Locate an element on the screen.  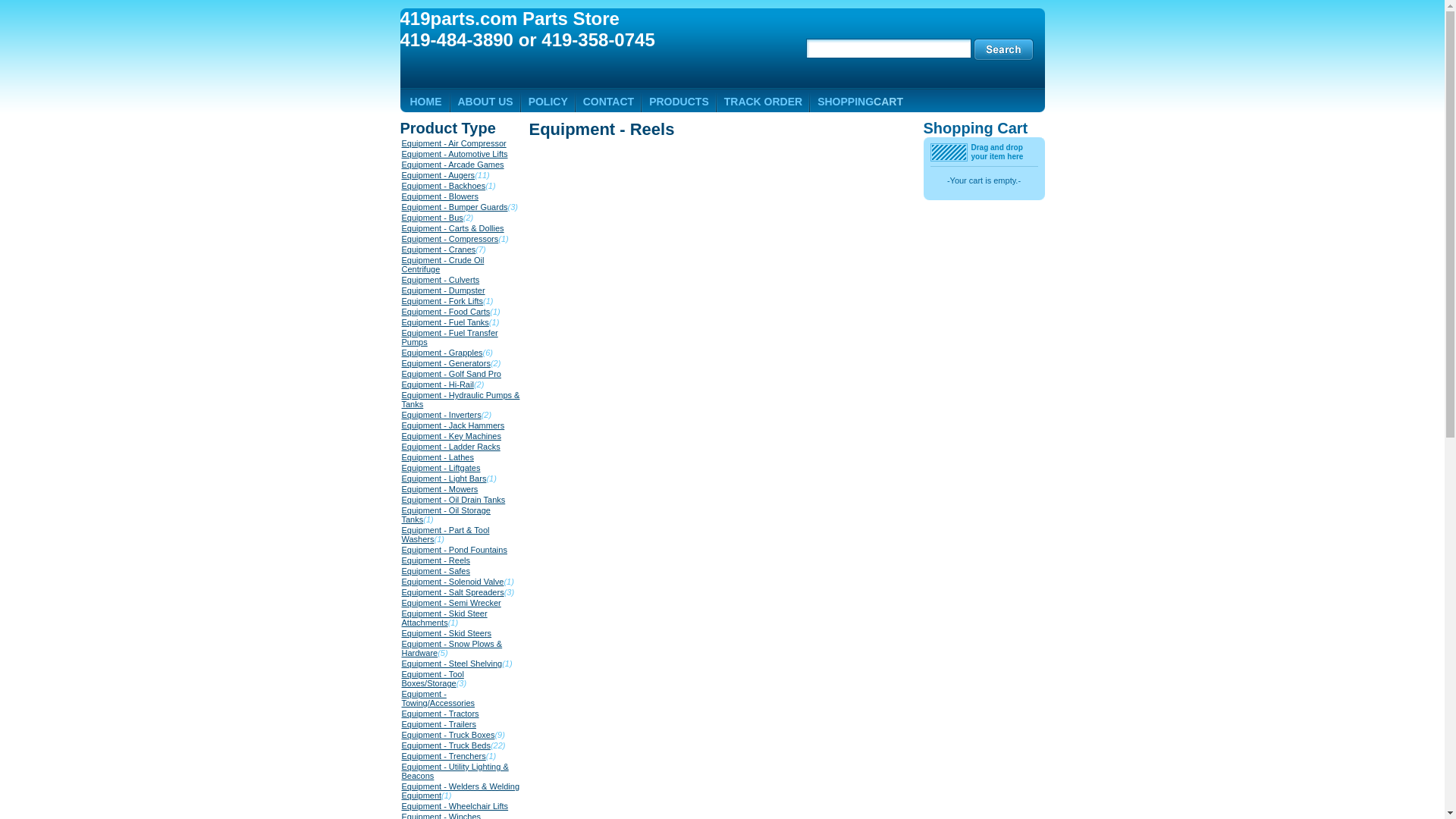
'Equipment - Bumper Guards' is located at coordinates (454, 207).